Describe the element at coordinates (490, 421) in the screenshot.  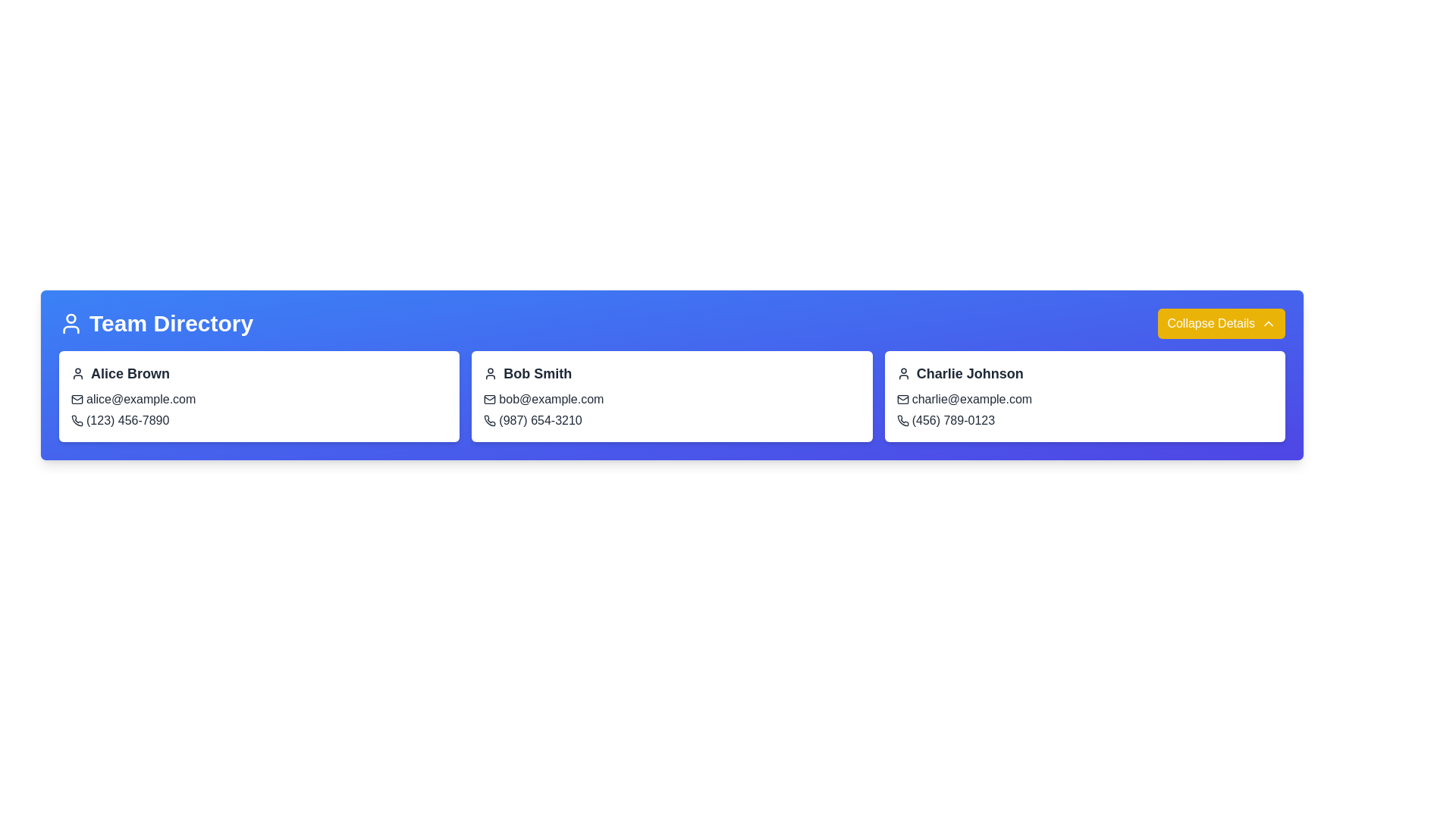
I see `the telephone handset icon located in the contact card of 'Bob Smith' to the left of the phone number '(987) 654-3210'` at that location.